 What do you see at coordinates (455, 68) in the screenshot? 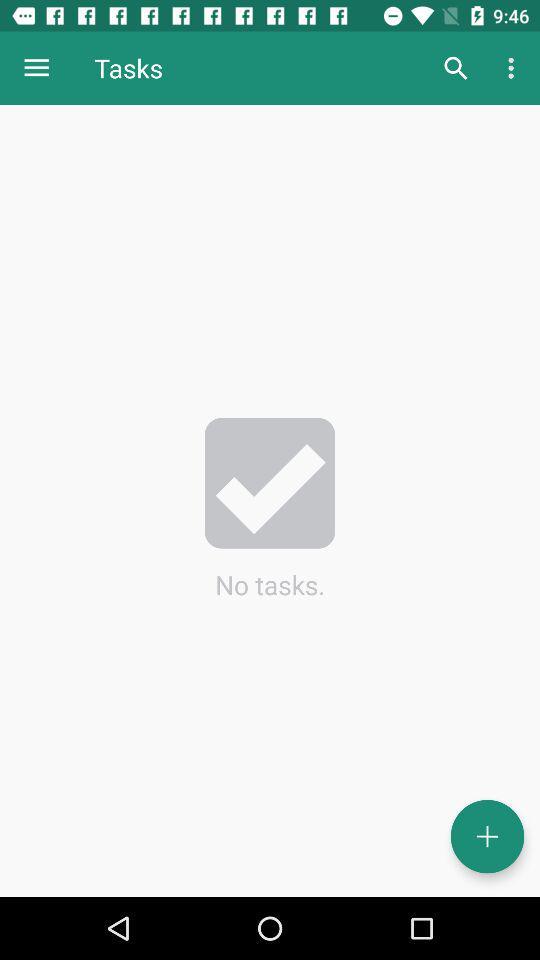
I see `the icon to the right of tasks item` at bounding box center [455, 68].